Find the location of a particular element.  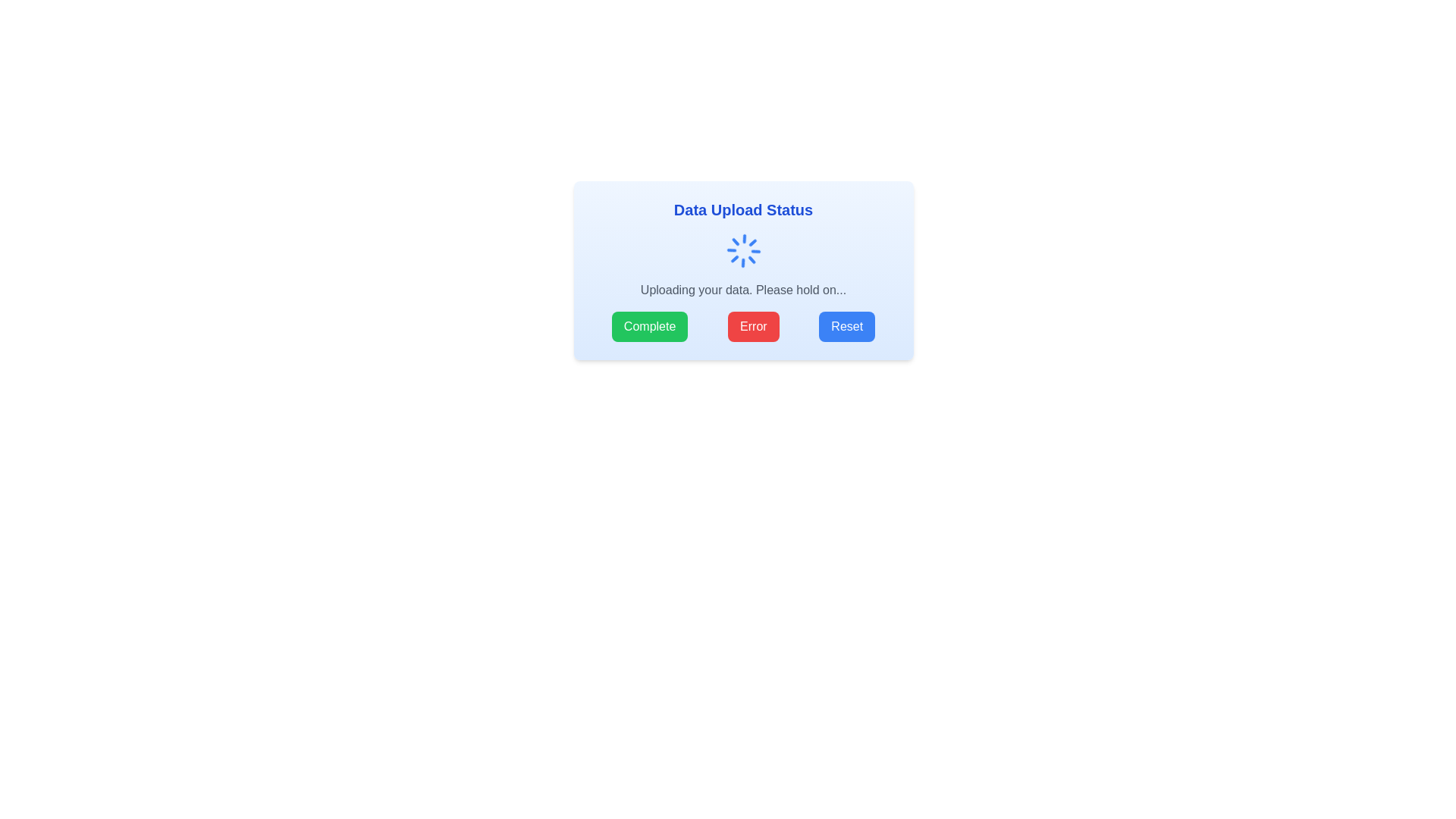

the Loader/Spinner animation in the centered dialog box that indicates data uploading is in progress is located at coordinates (743, 250).